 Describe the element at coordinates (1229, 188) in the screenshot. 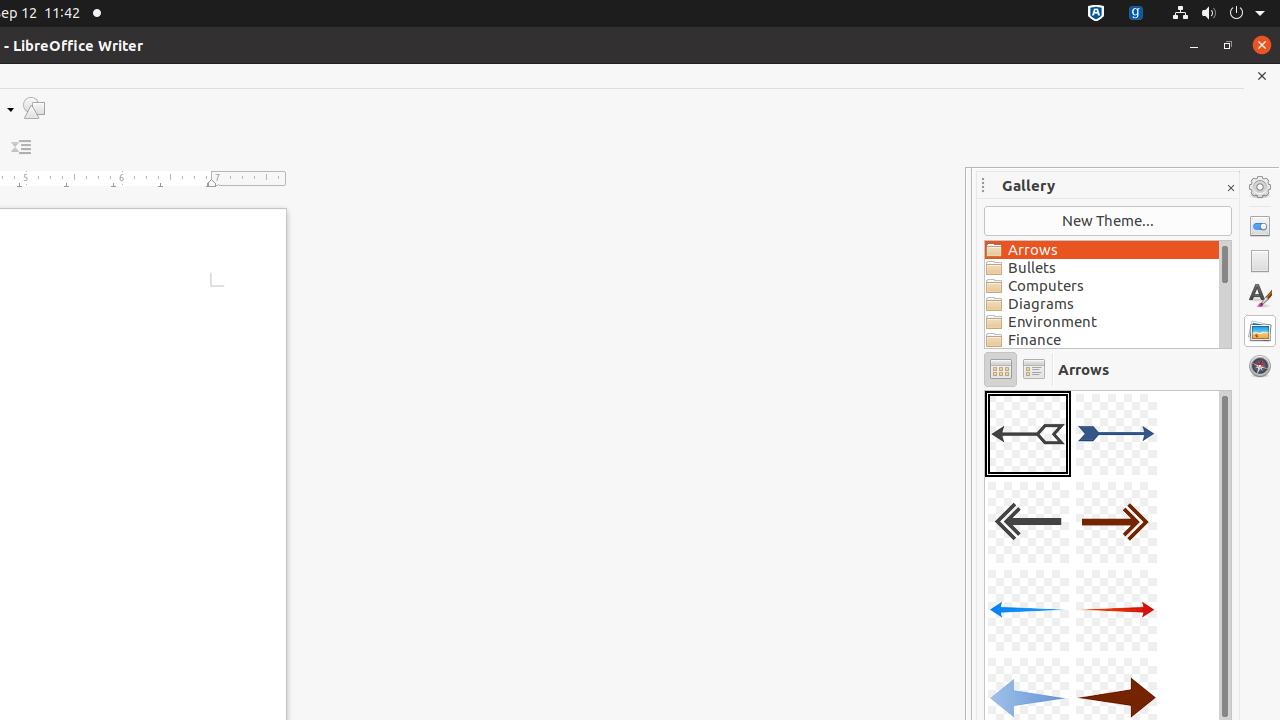

I see `'Close Sidebar Deck'` at that location.